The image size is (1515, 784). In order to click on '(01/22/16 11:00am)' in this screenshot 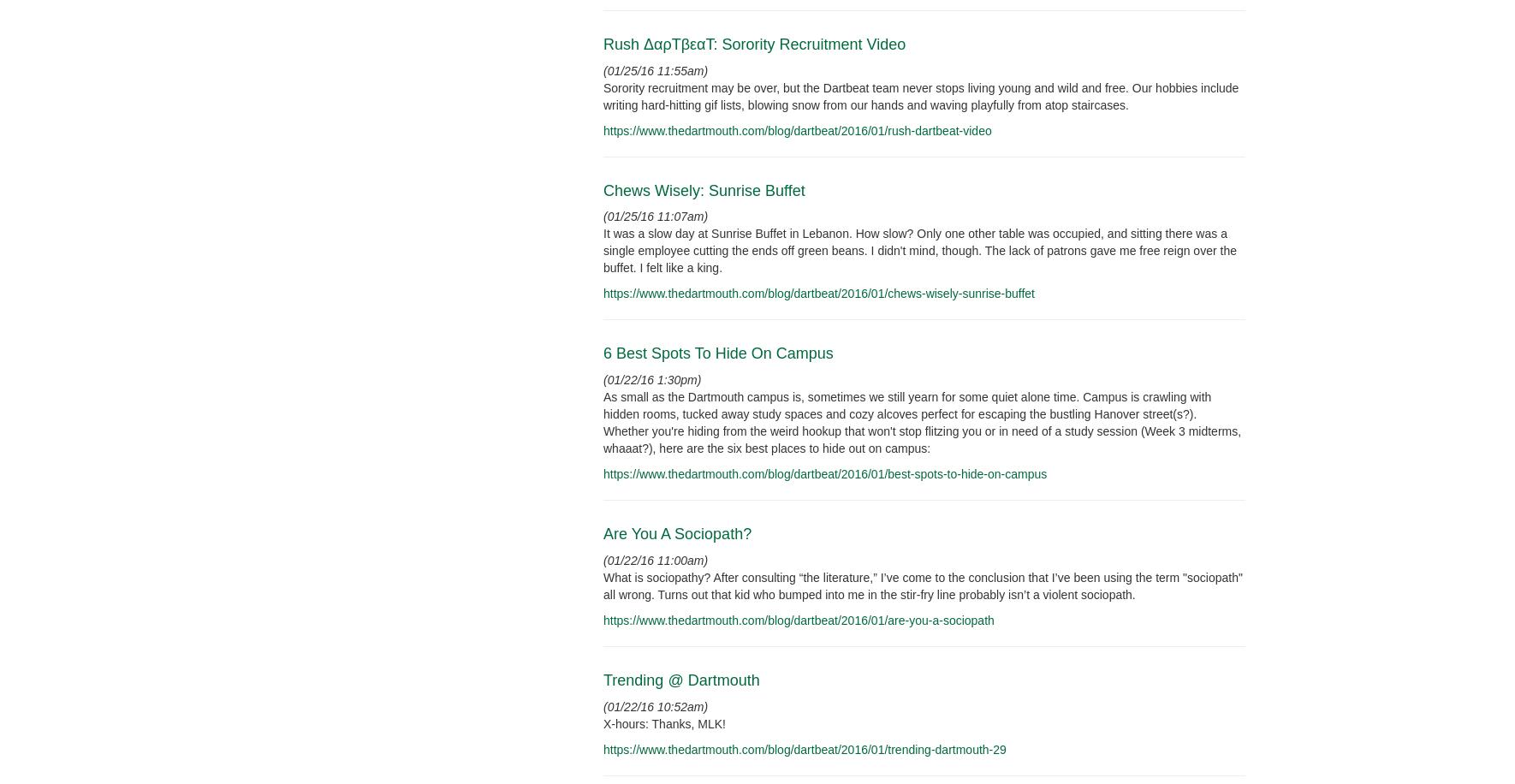, I will do `click(602, 560)`.